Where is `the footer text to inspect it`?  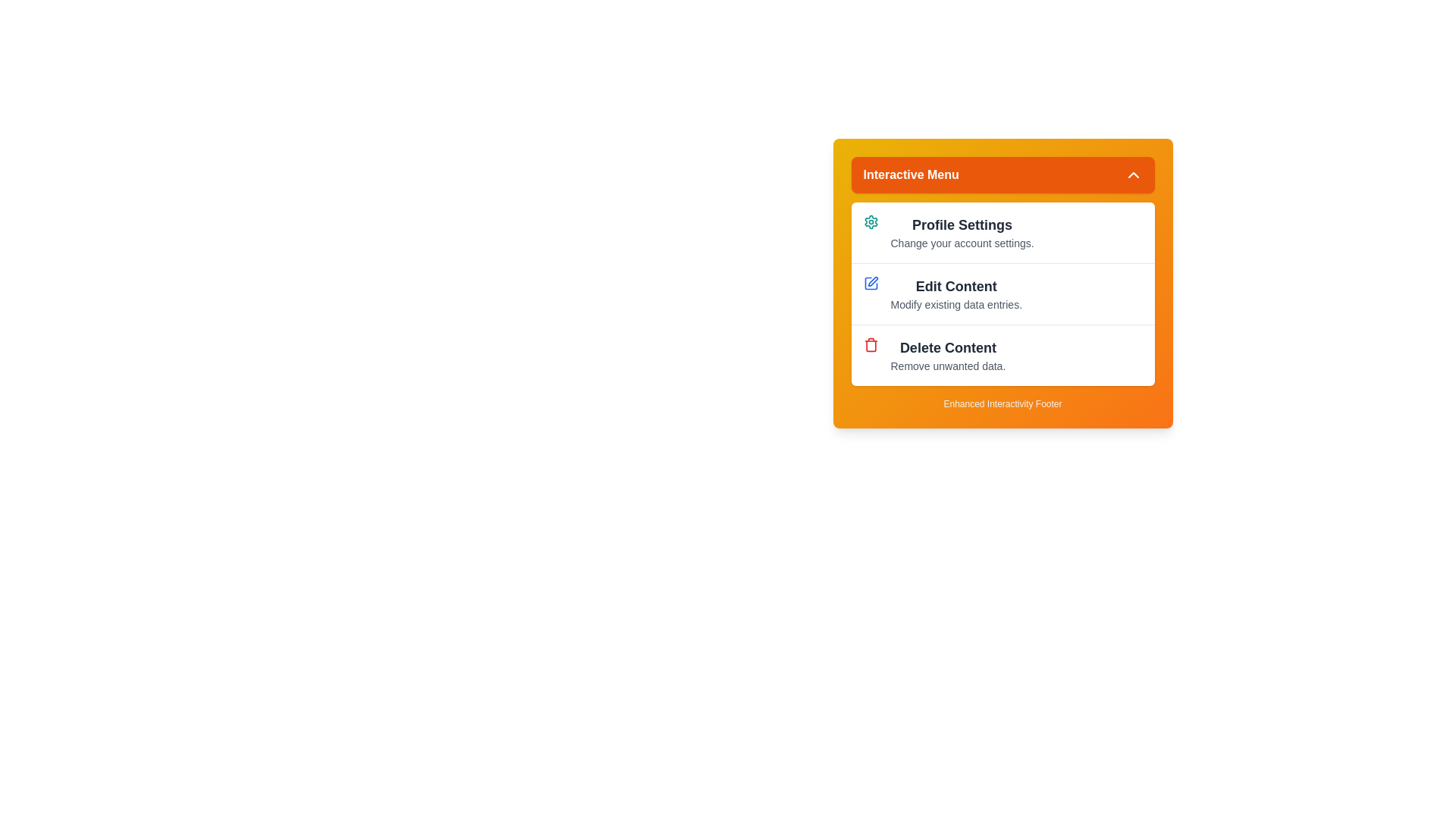
the footer text to inspect it is located at coordinates (1003, 403).